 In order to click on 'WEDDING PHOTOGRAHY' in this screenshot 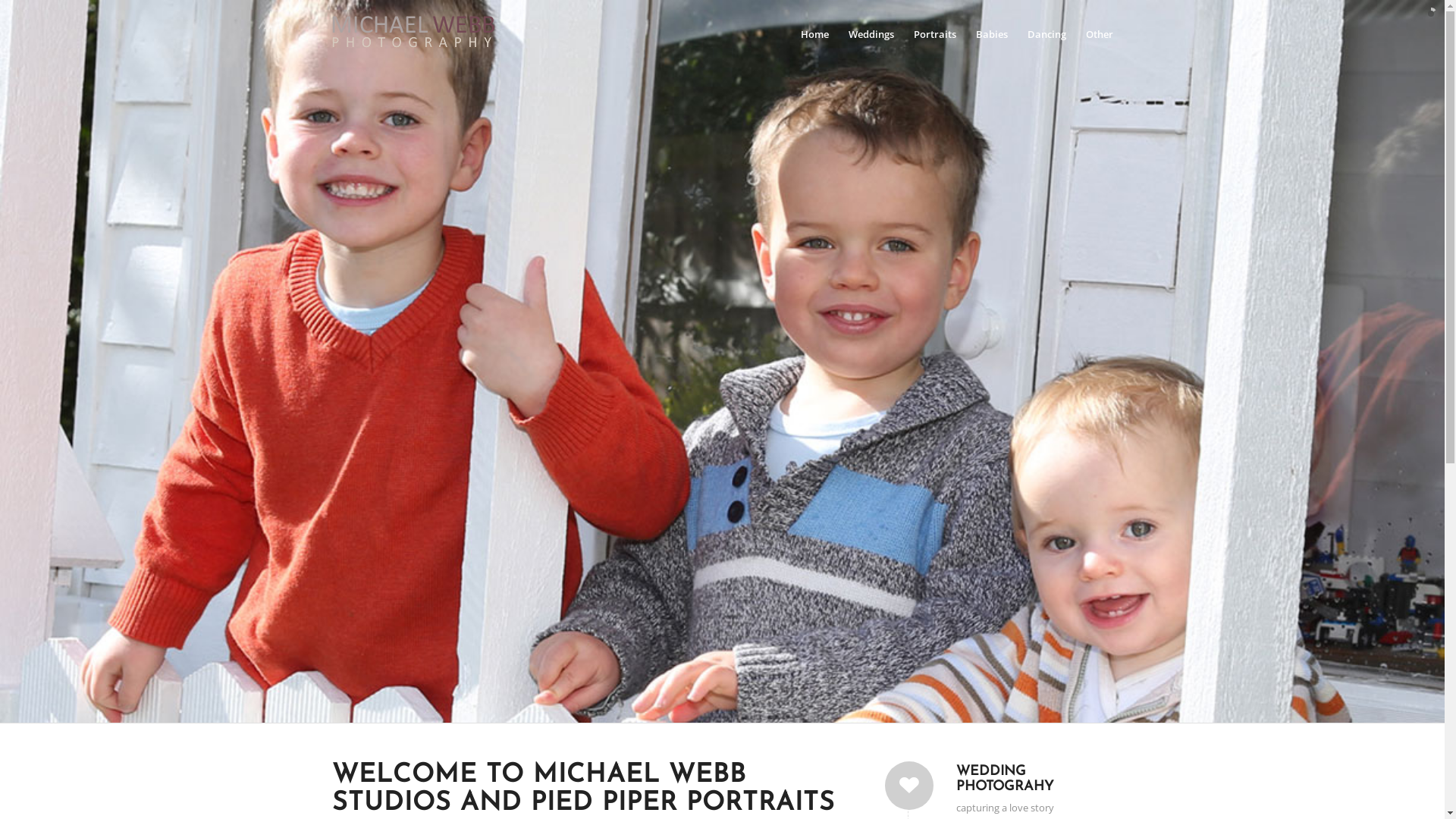, I will do `click(1004, 779)`.